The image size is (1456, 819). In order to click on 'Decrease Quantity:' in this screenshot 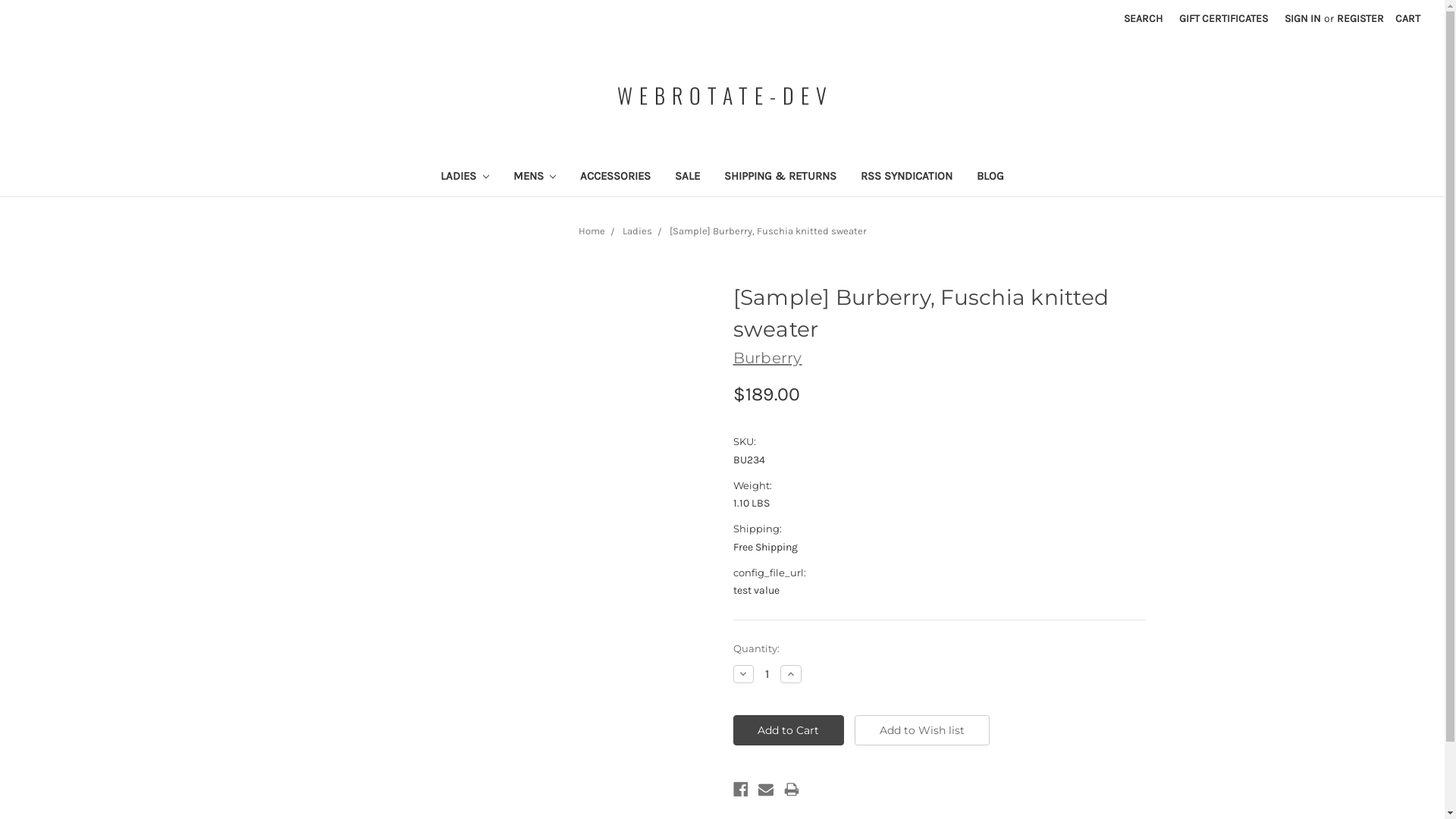, I will do `click(732, 673)`.